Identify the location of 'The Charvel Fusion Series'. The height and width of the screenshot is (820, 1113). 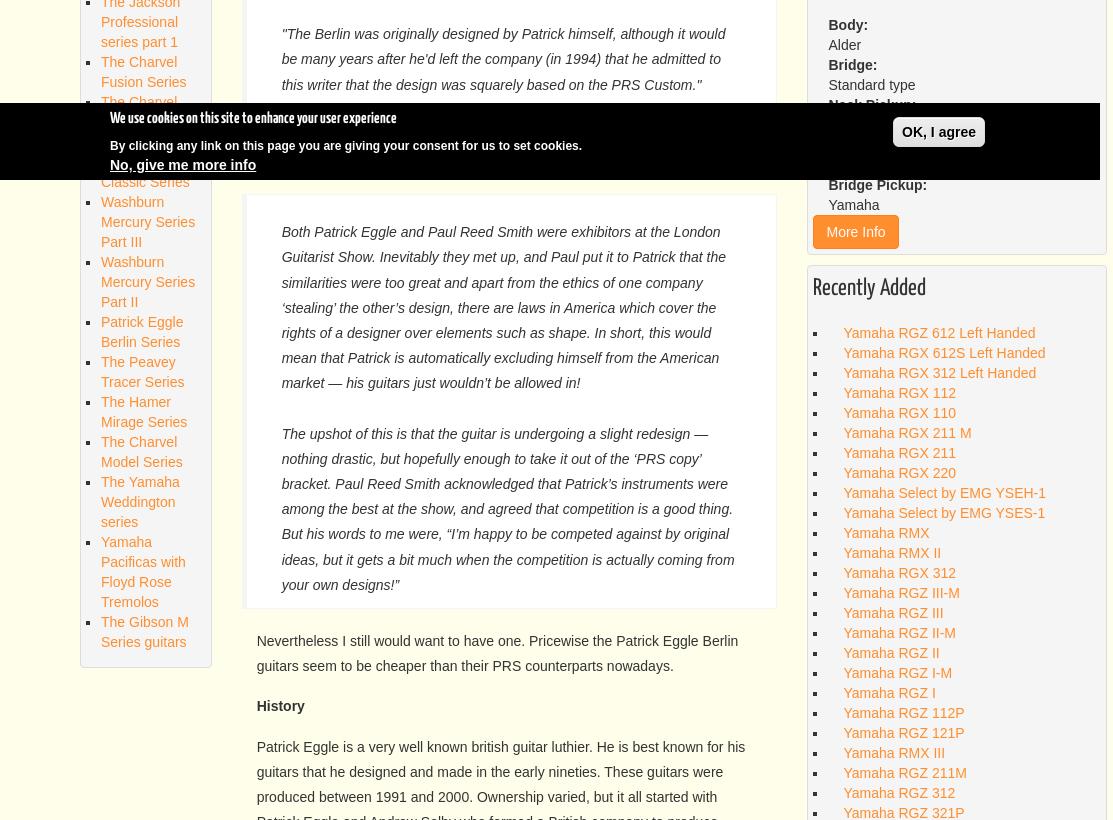
(142, 71).